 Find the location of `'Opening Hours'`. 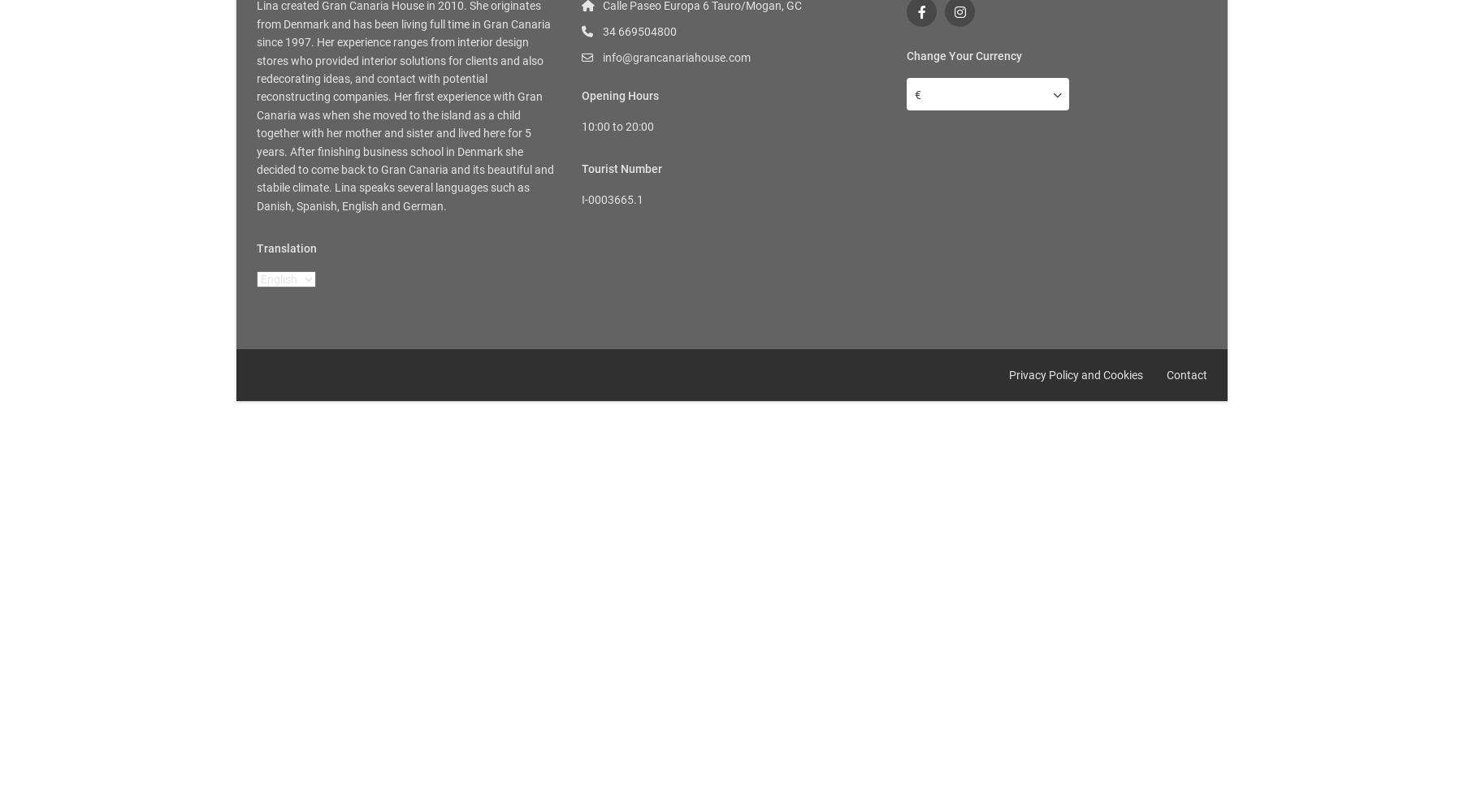

'Opening Hours' is located at coordinates (619, 95).